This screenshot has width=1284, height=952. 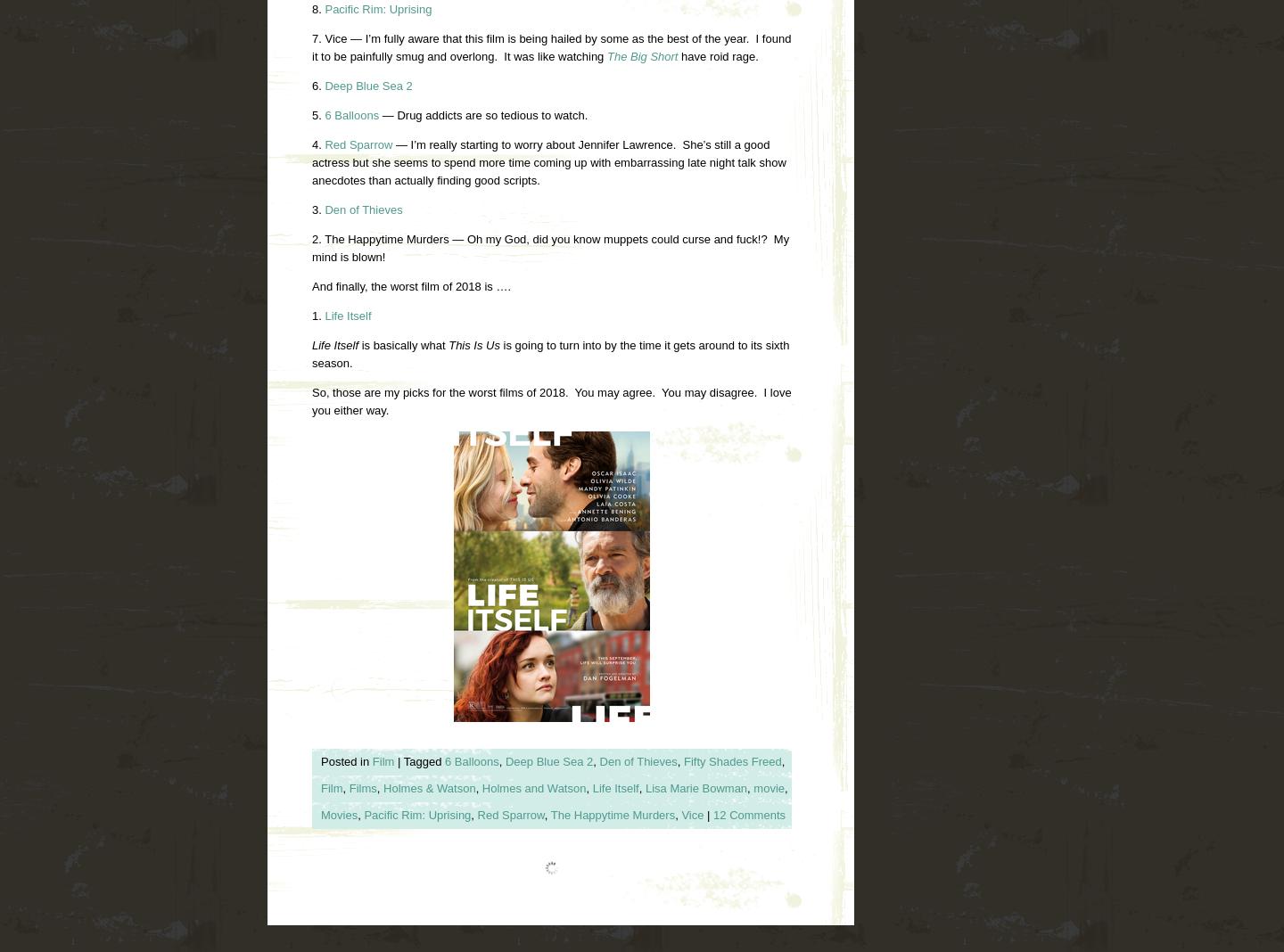 I want to click on 'The Happytime Murders', so click(x=613, y=813).